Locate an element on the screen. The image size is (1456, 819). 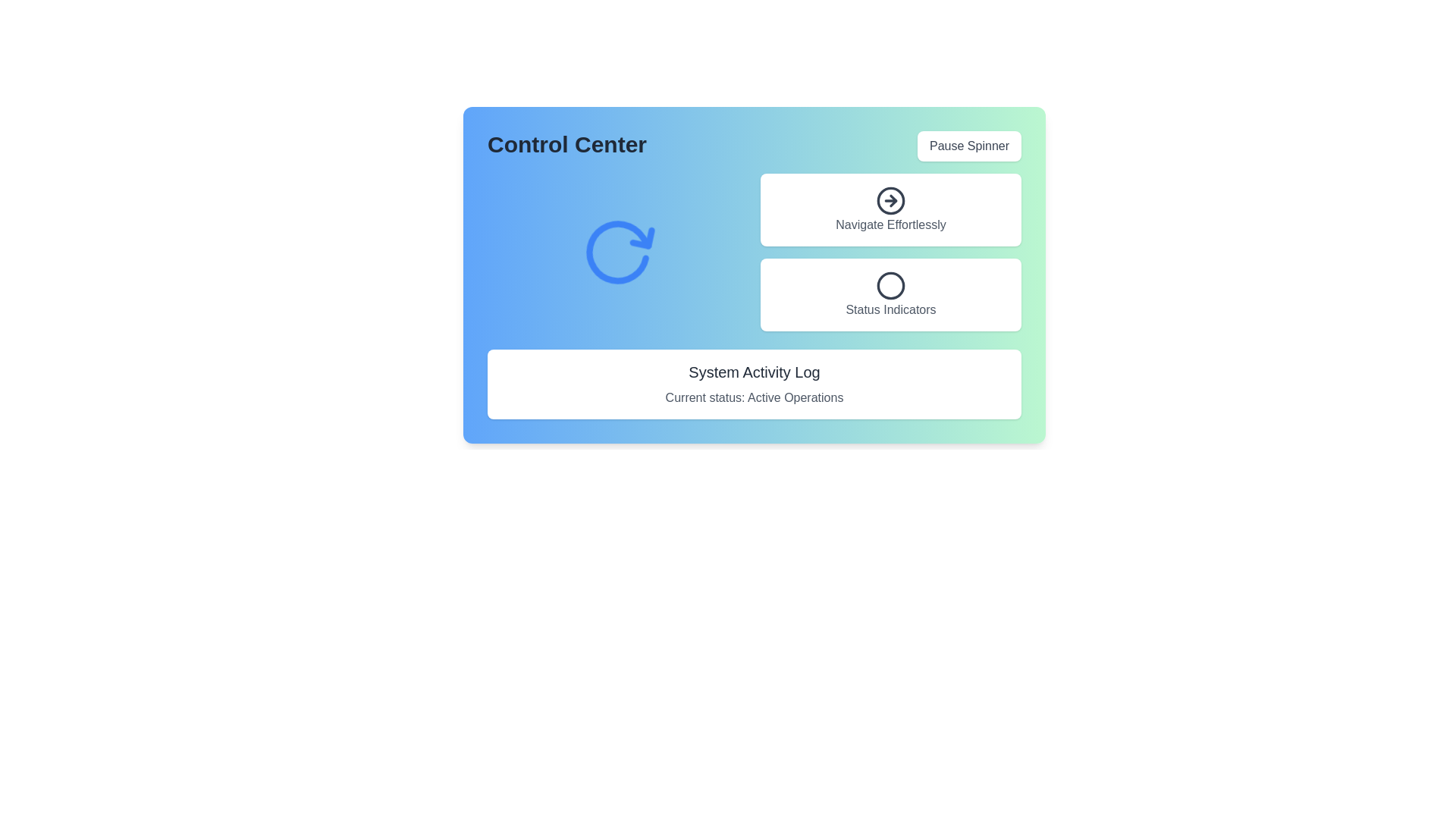
the Informational section with the text 'Navigate Effortlessly' and its accompanying icon, located in the right-center part of the interface is located at coordinates (891, 210).